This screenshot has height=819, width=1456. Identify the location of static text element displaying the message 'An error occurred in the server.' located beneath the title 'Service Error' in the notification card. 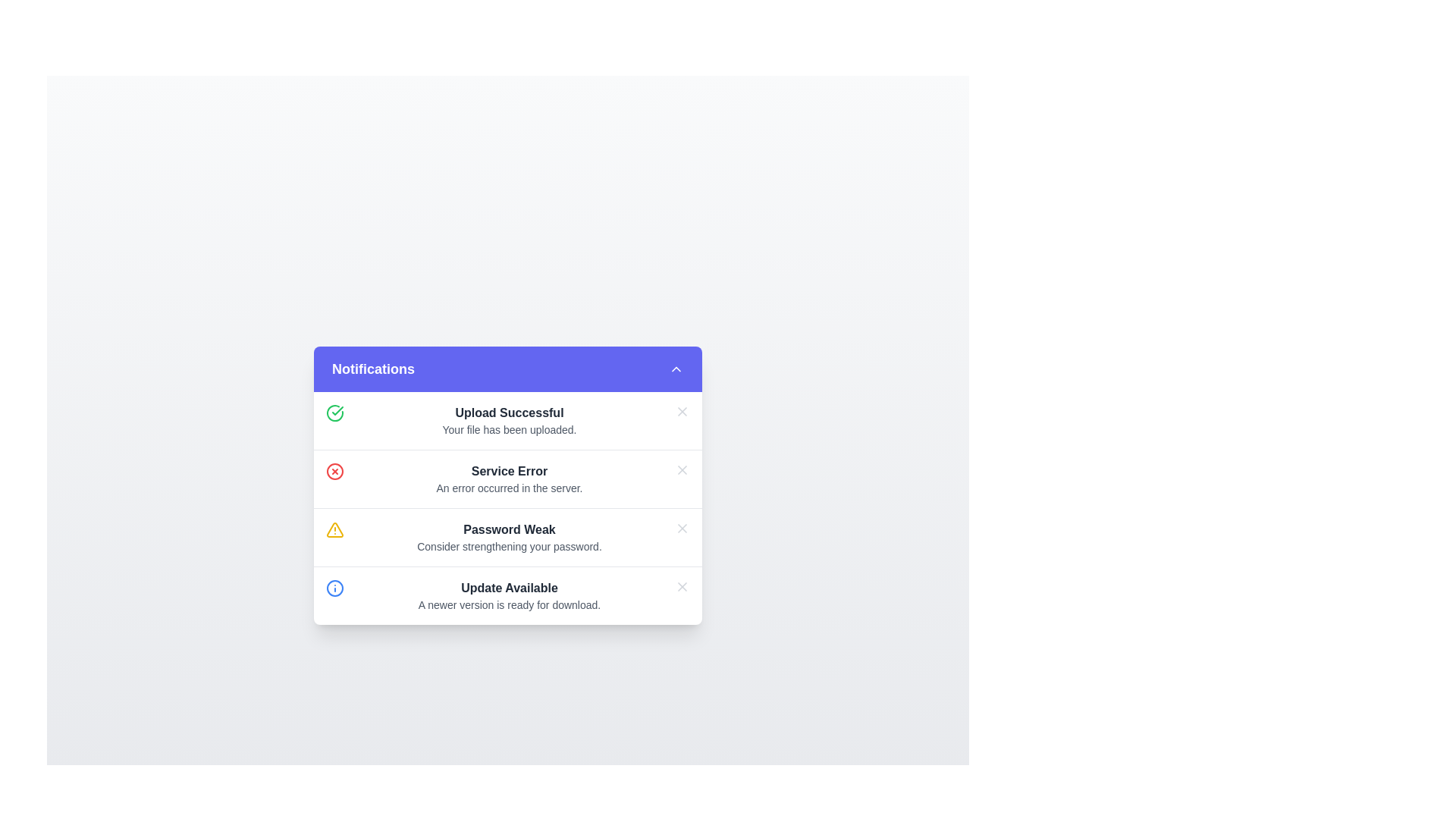
(510, 488).